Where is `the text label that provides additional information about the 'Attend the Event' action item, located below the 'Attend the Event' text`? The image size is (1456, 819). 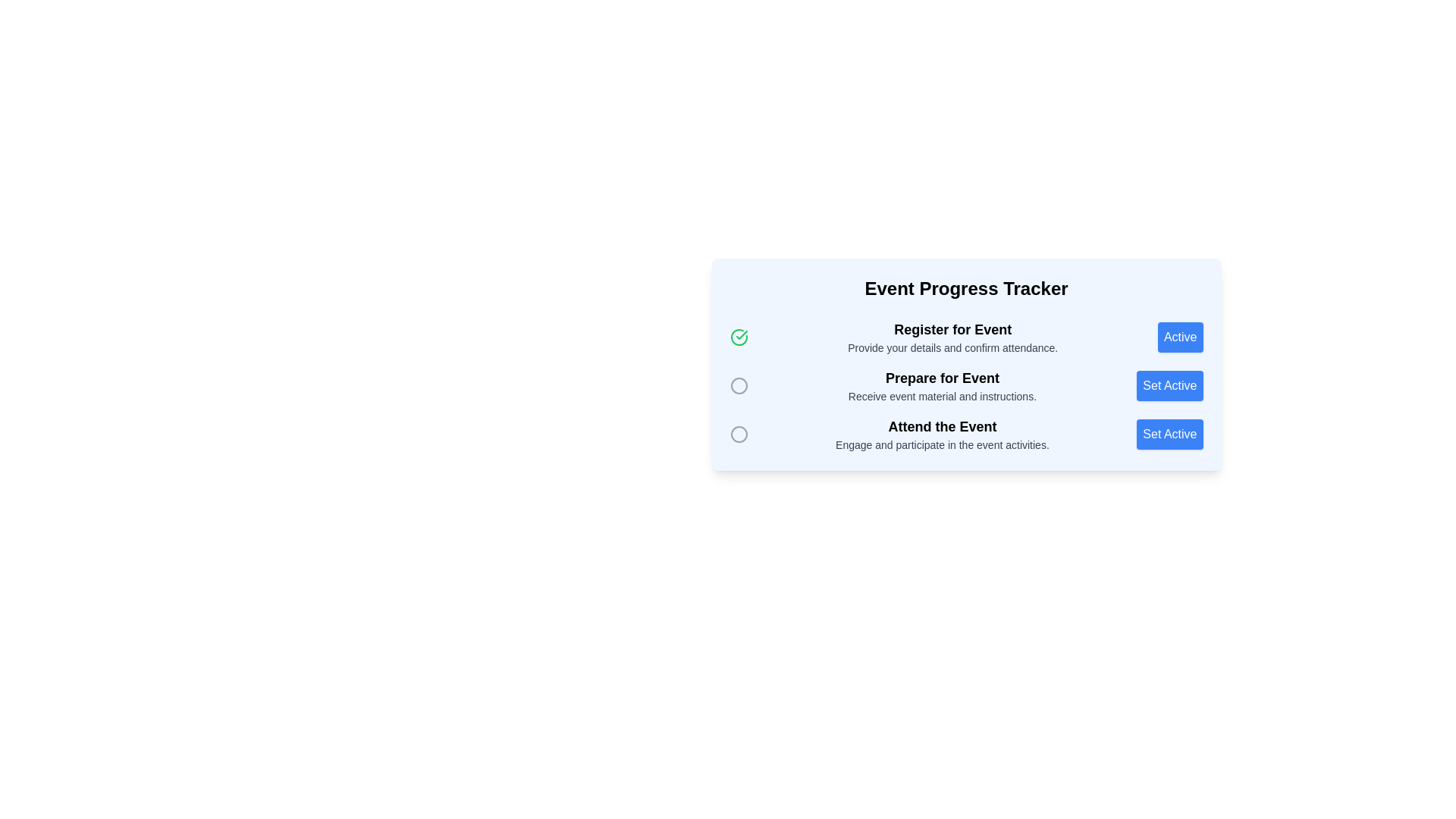 the text label that provides additional information about the 'Attend the Event' action item, located below the 'Attend the Event' text is located at coordinates (942, 444).